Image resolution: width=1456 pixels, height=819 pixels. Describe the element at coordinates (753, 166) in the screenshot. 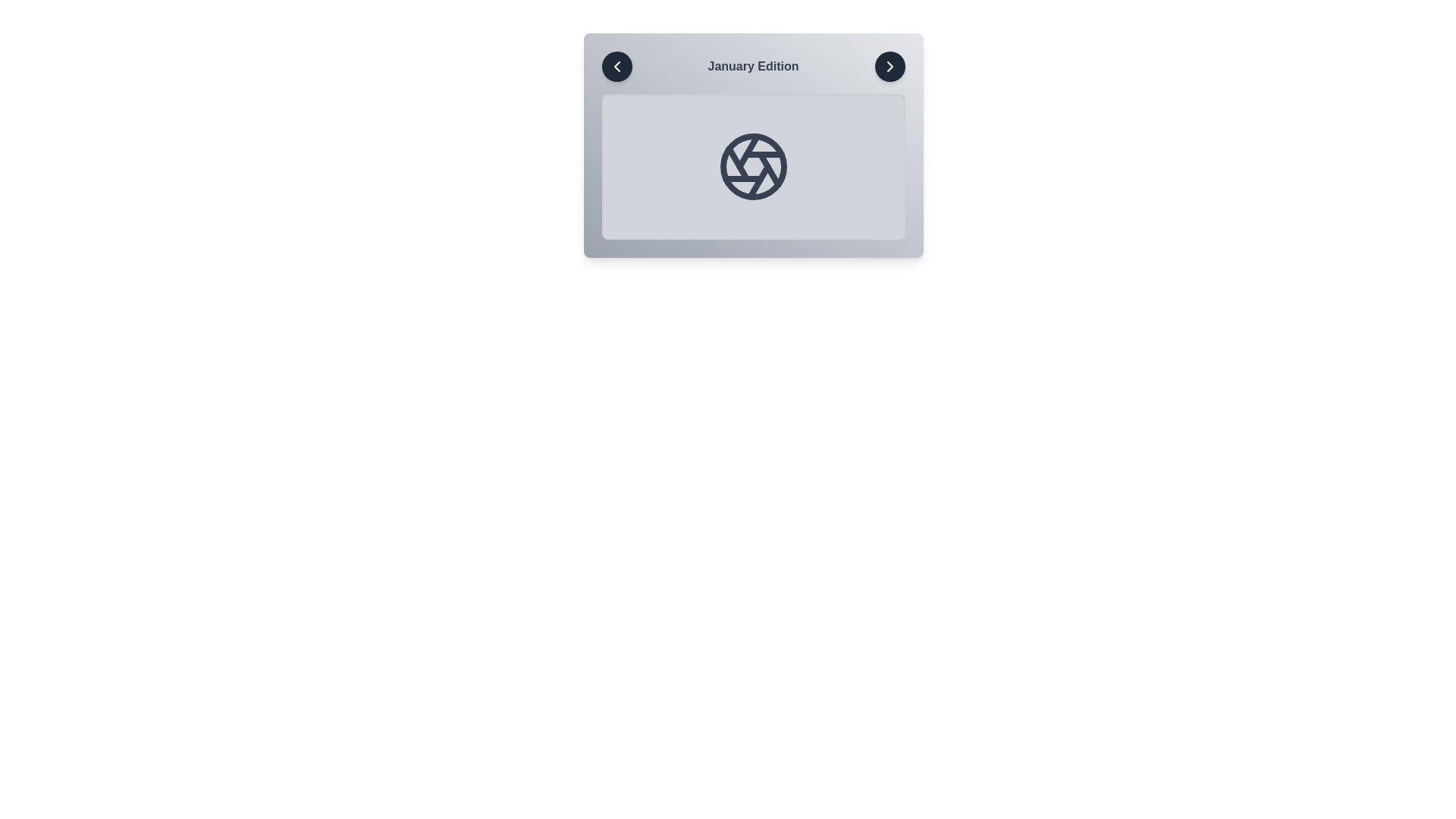

I see `the image placeholder to interact with it` at that location.